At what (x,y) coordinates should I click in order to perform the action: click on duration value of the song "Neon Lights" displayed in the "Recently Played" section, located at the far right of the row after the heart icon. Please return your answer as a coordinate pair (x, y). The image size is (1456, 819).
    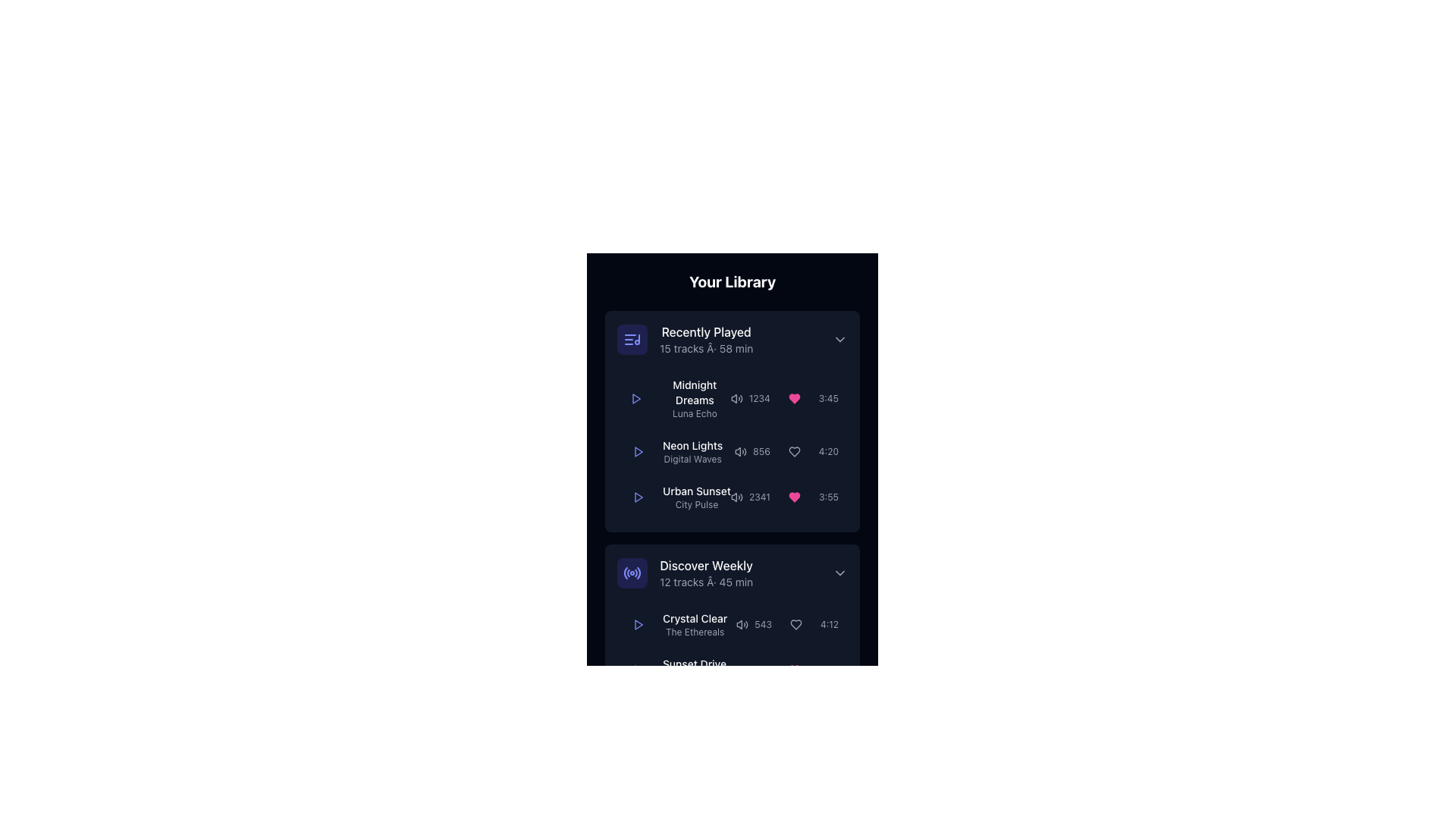
    Looking at the image, I should click on (827, 451).